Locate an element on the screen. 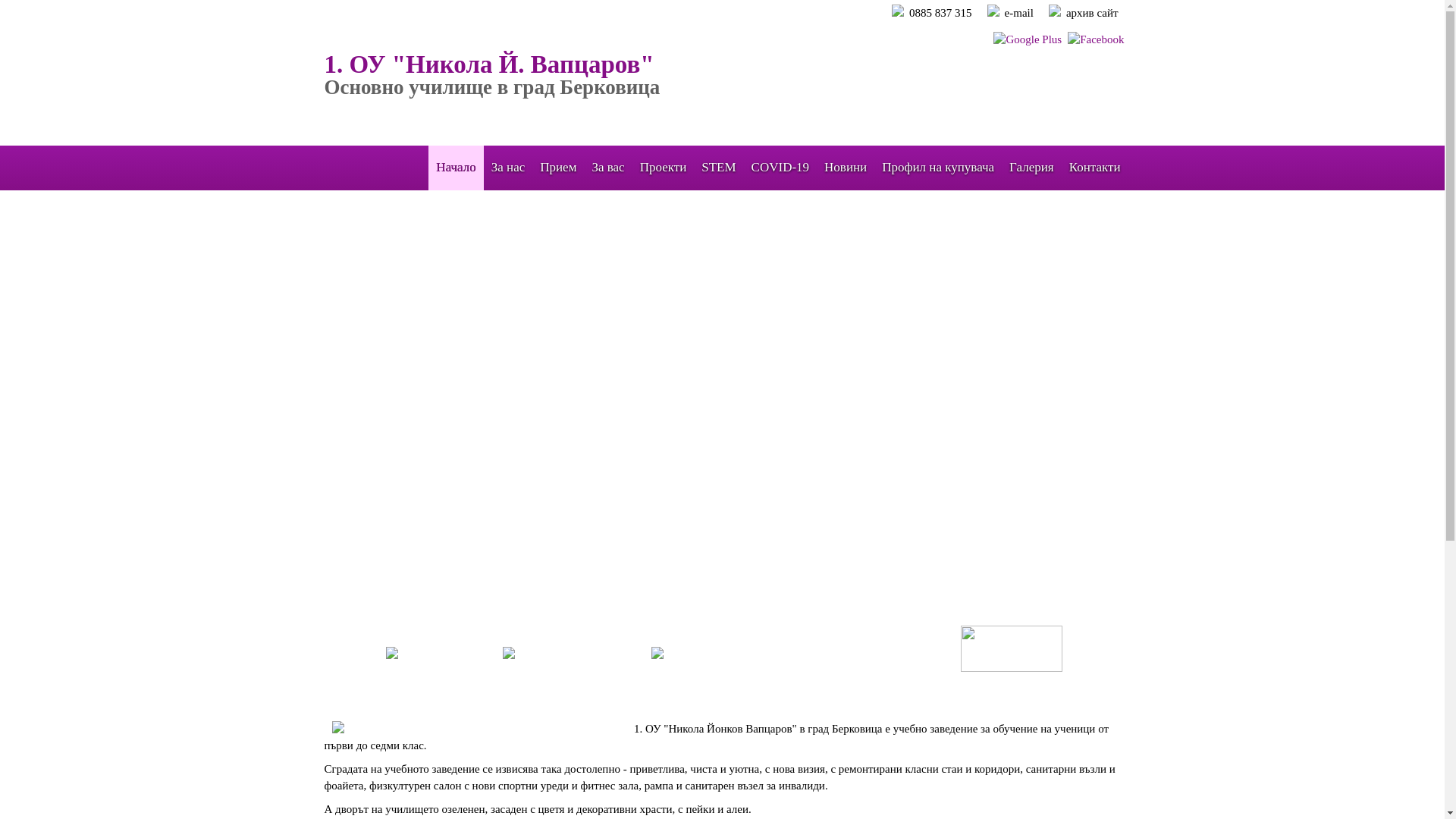  'STEM' is located at coordinates (717, 167).